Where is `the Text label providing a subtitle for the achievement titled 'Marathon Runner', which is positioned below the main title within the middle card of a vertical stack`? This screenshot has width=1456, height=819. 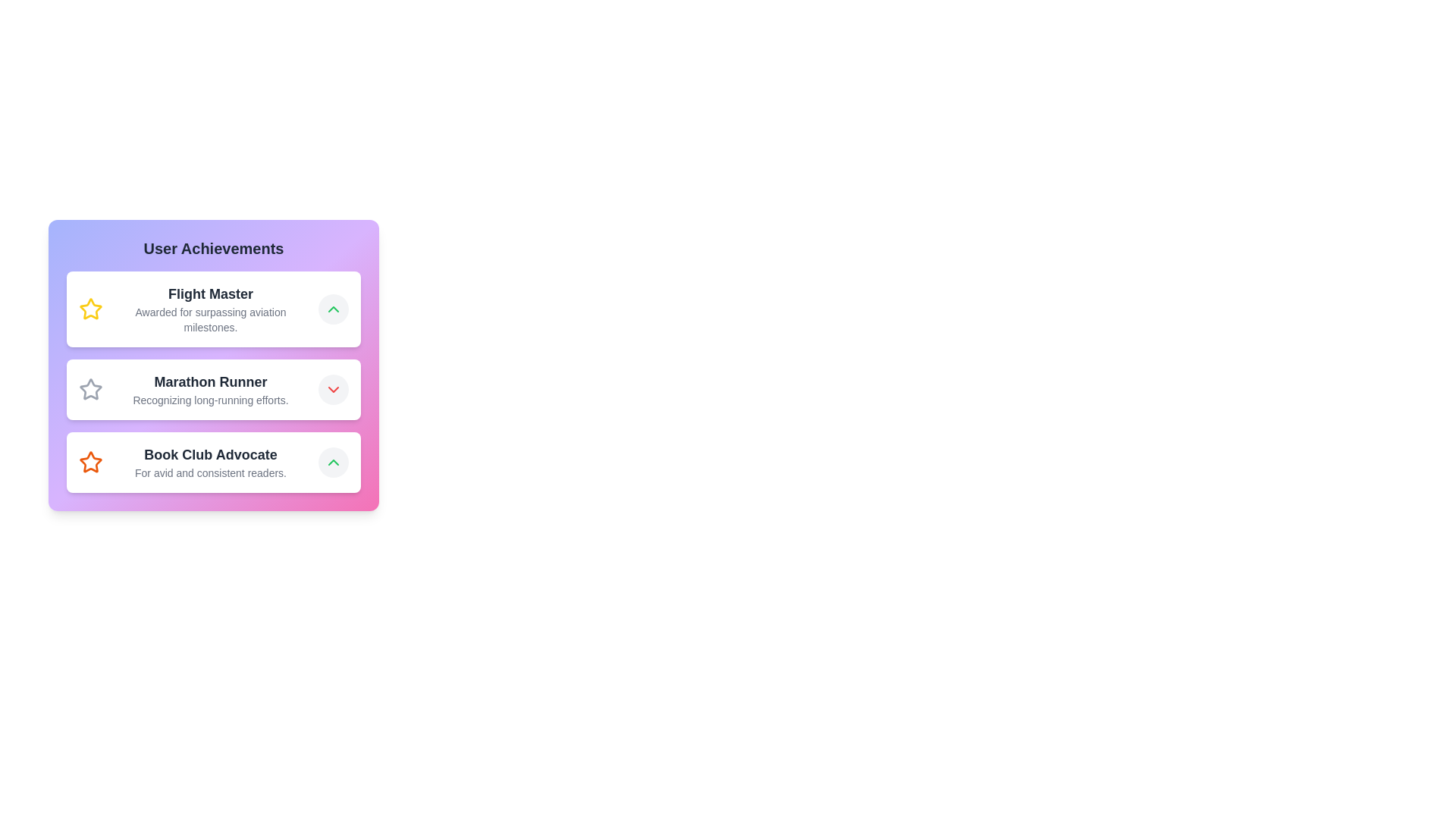
the Text label providing a subtitle for the achievement titled 'Marathon Runner', which is positioned below the main title within the middle card of a vertical stack is located at coordinates (210, 400).